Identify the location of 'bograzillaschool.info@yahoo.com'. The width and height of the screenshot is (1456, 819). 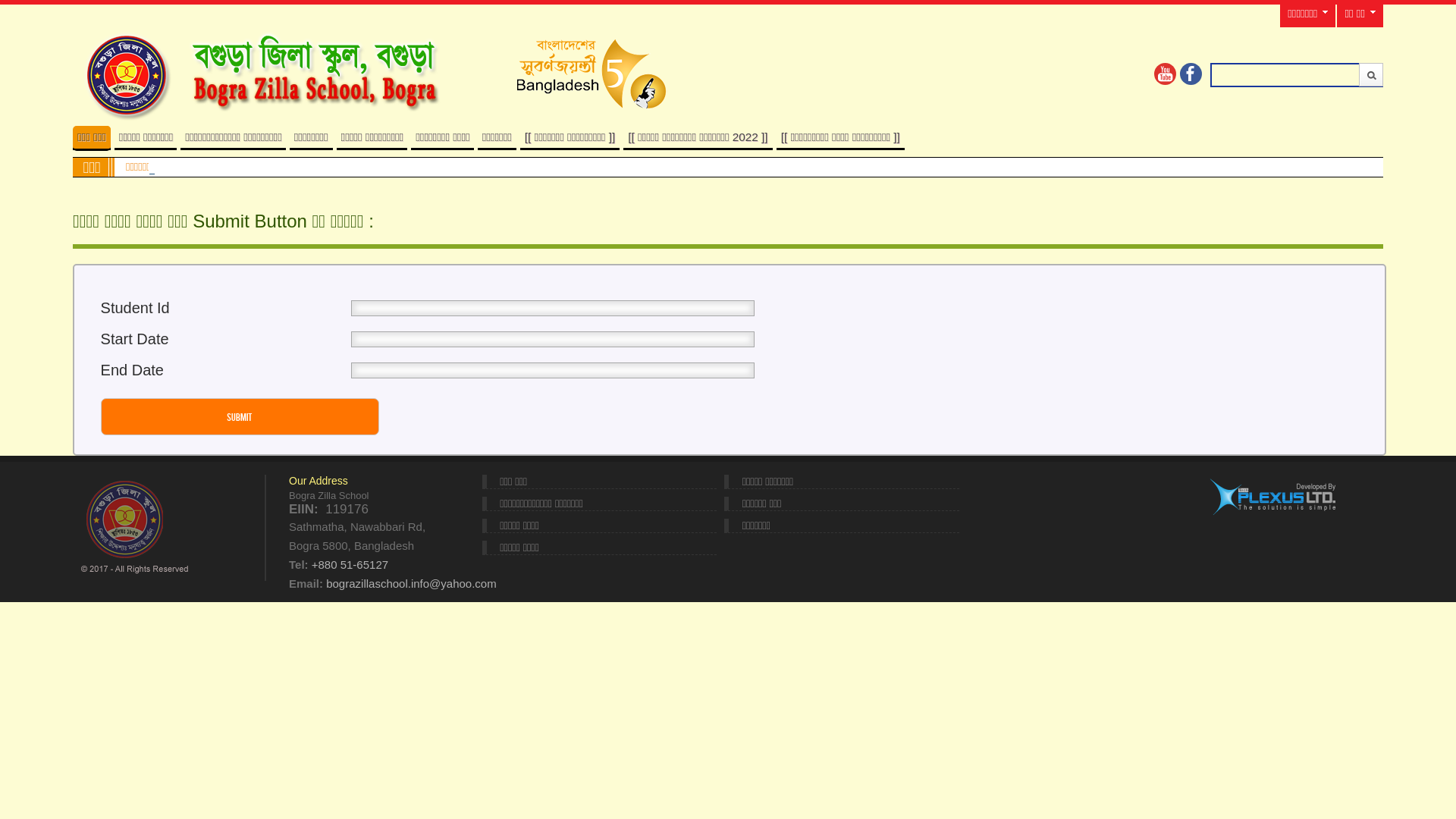
(325, 582).